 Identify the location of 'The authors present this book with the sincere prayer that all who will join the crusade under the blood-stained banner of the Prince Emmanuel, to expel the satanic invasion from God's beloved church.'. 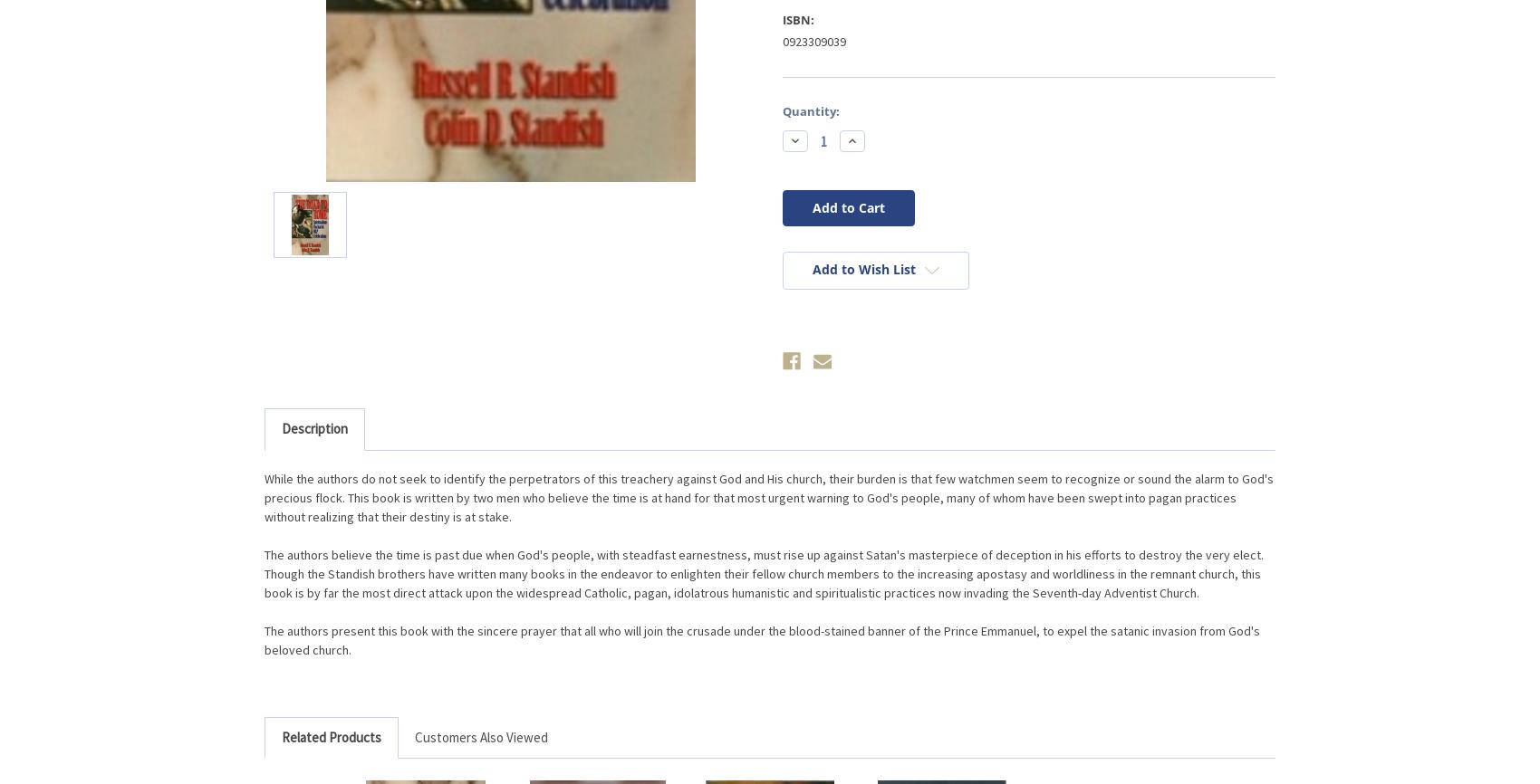
(761, 638).